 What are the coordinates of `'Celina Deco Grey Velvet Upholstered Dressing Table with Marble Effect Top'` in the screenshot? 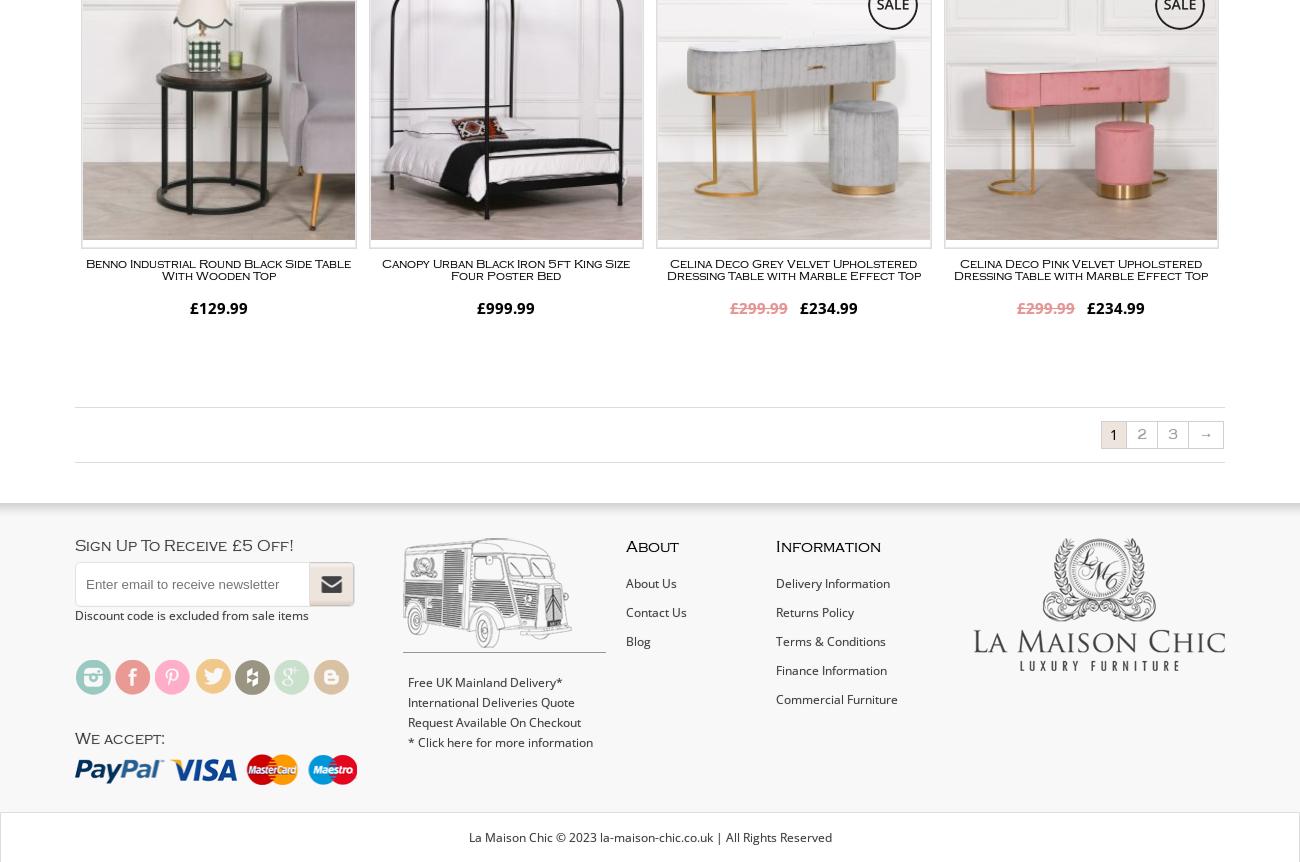 It's located at (792, 268).